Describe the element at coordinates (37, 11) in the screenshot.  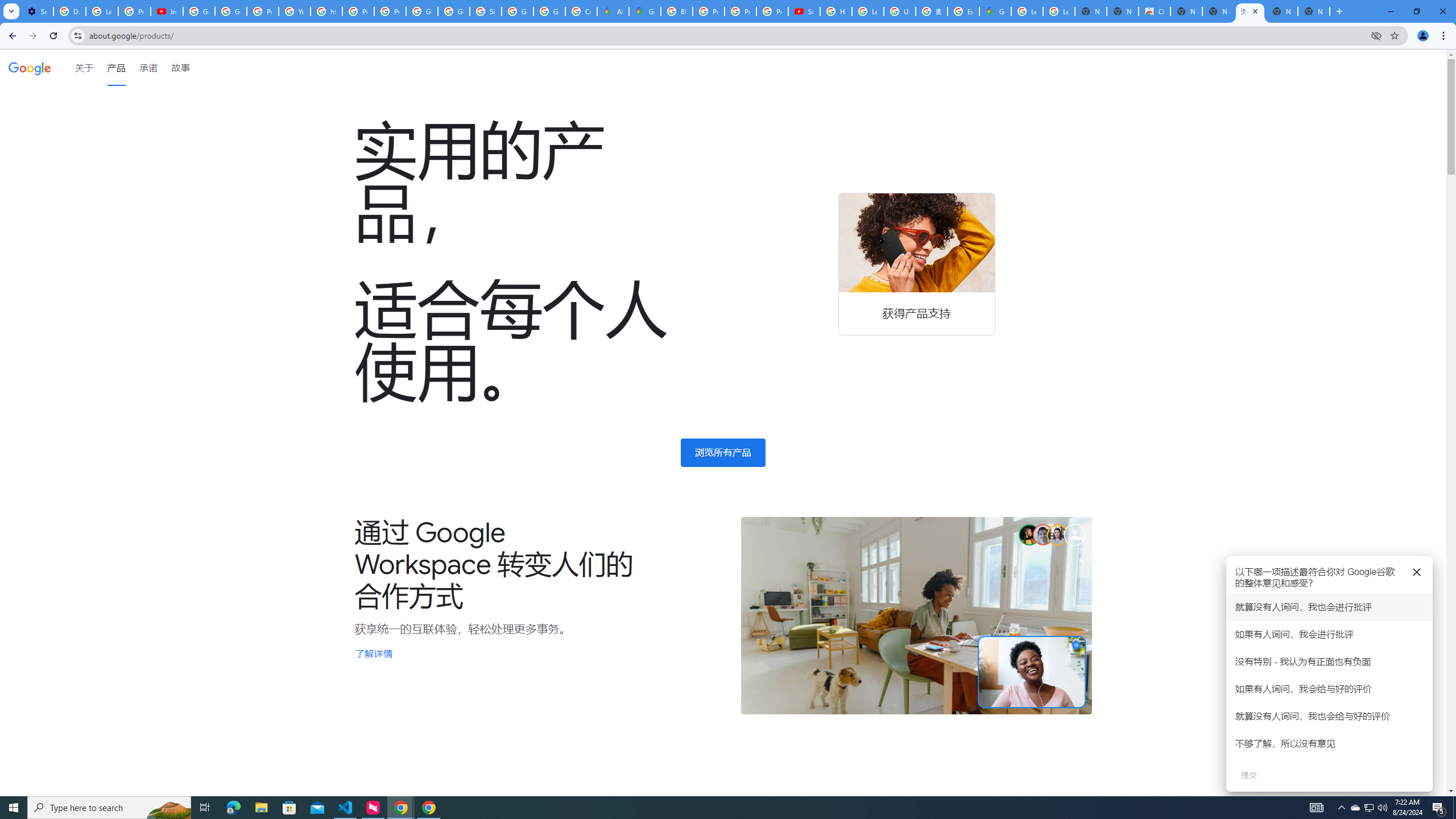
I see `'Settings - Customize profile'` at that location.